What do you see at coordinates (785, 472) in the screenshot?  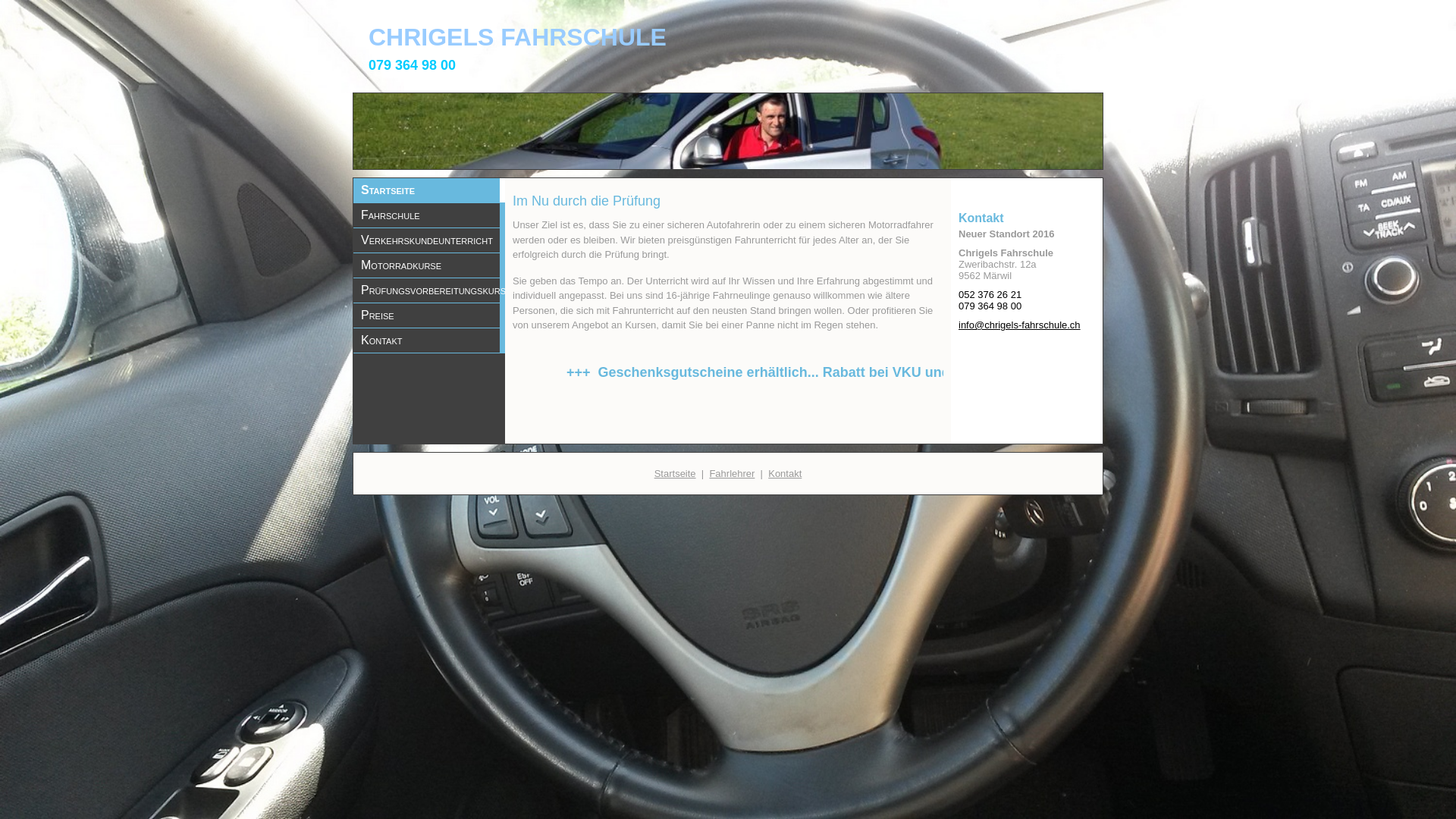 I see `'Kontakt'` at bounding box center [785, 472].